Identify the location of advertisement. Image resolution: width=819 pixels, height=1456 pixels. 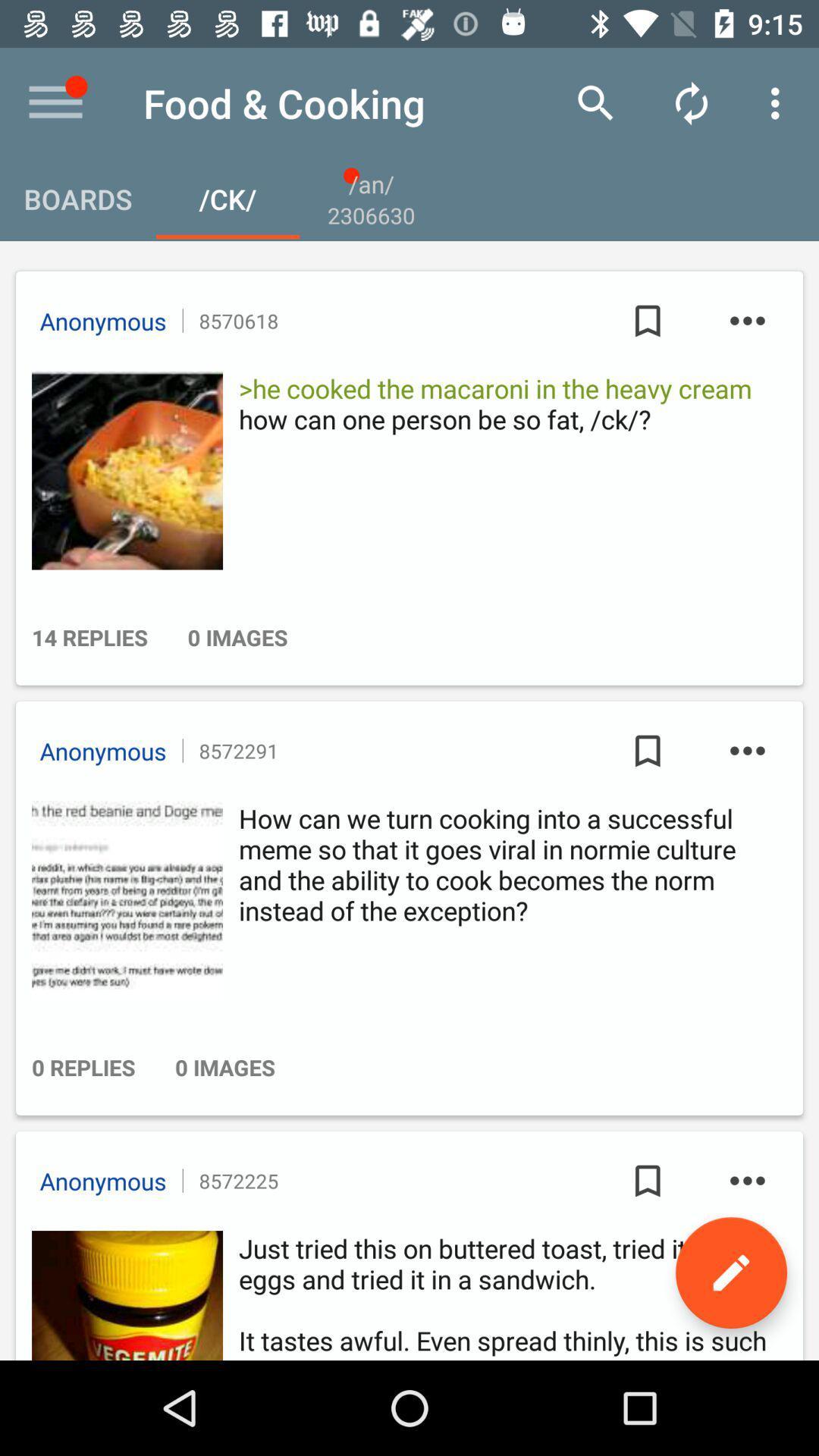
(122, 900).